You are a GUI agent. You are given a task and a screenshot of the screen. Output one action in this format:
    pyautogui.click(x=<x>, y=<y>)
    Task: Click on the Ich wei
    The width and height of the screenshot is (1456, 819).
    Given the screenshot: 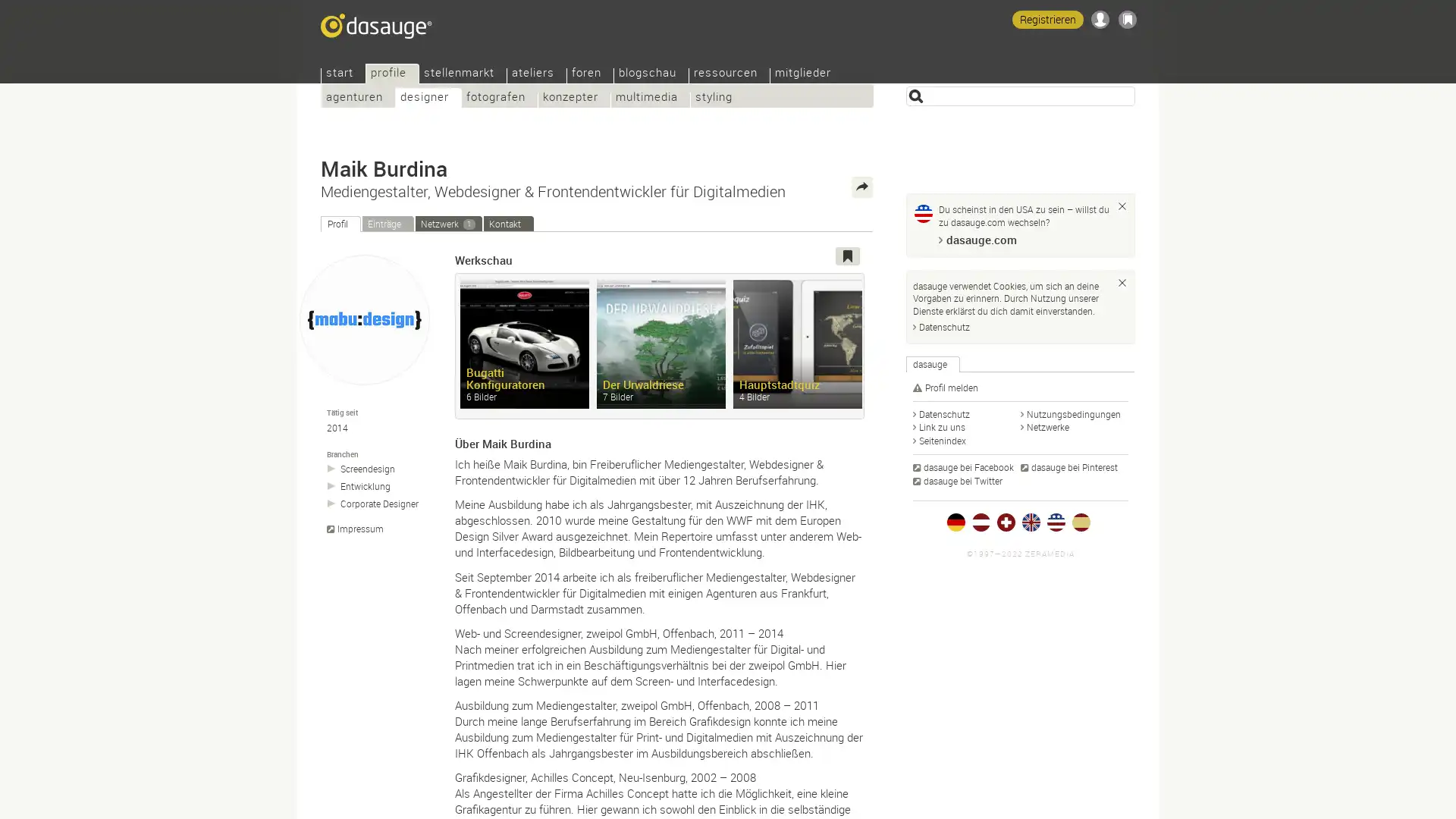 What is the action you would take?
    pyautogui.click(x=1122, y=281)
    